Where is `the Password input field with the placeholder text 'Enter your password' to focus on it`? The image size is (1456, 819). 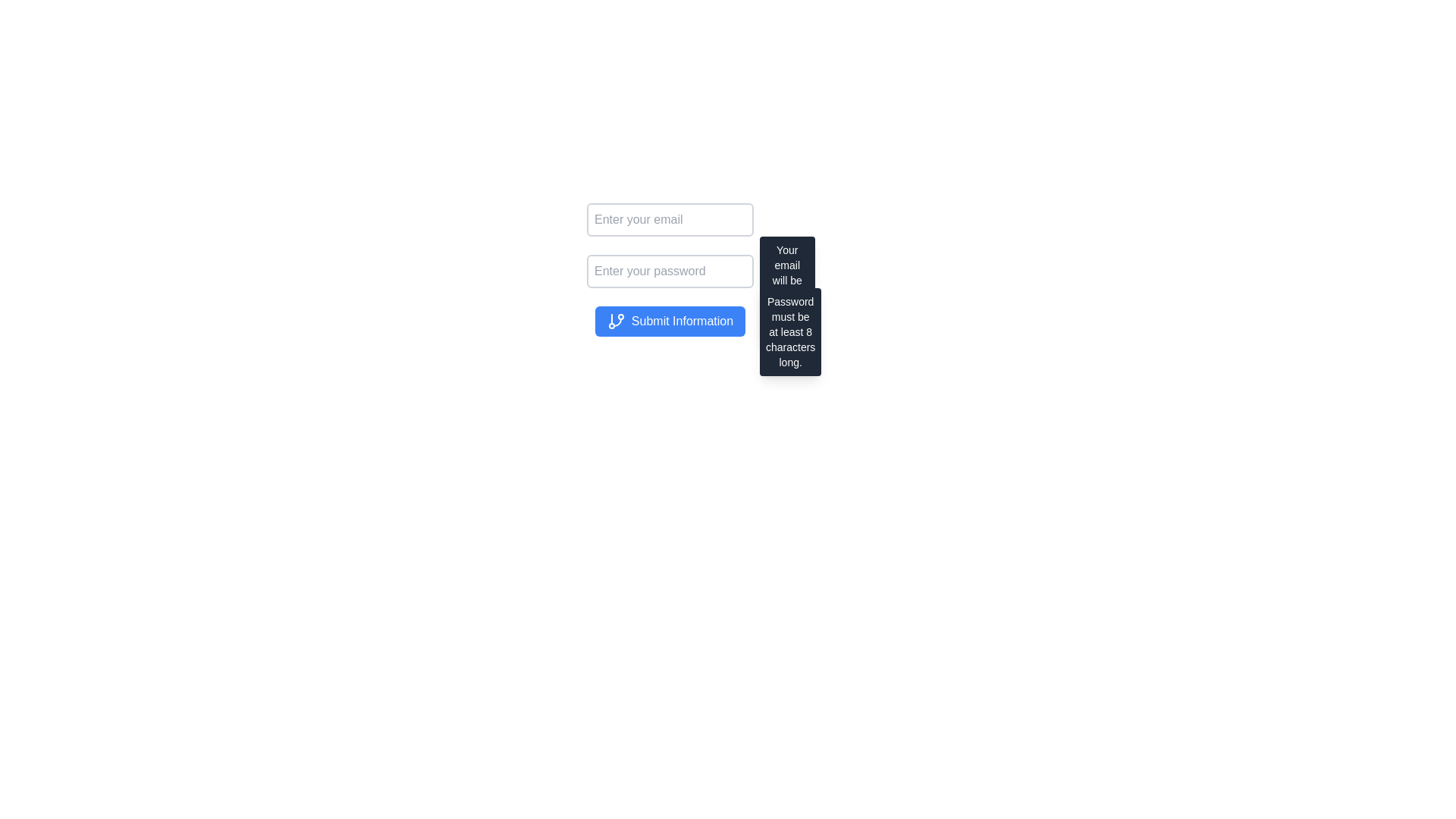 the Password input field with the placeholder text 'Enter your password' to focus on it is located at coordinates (669, 271).